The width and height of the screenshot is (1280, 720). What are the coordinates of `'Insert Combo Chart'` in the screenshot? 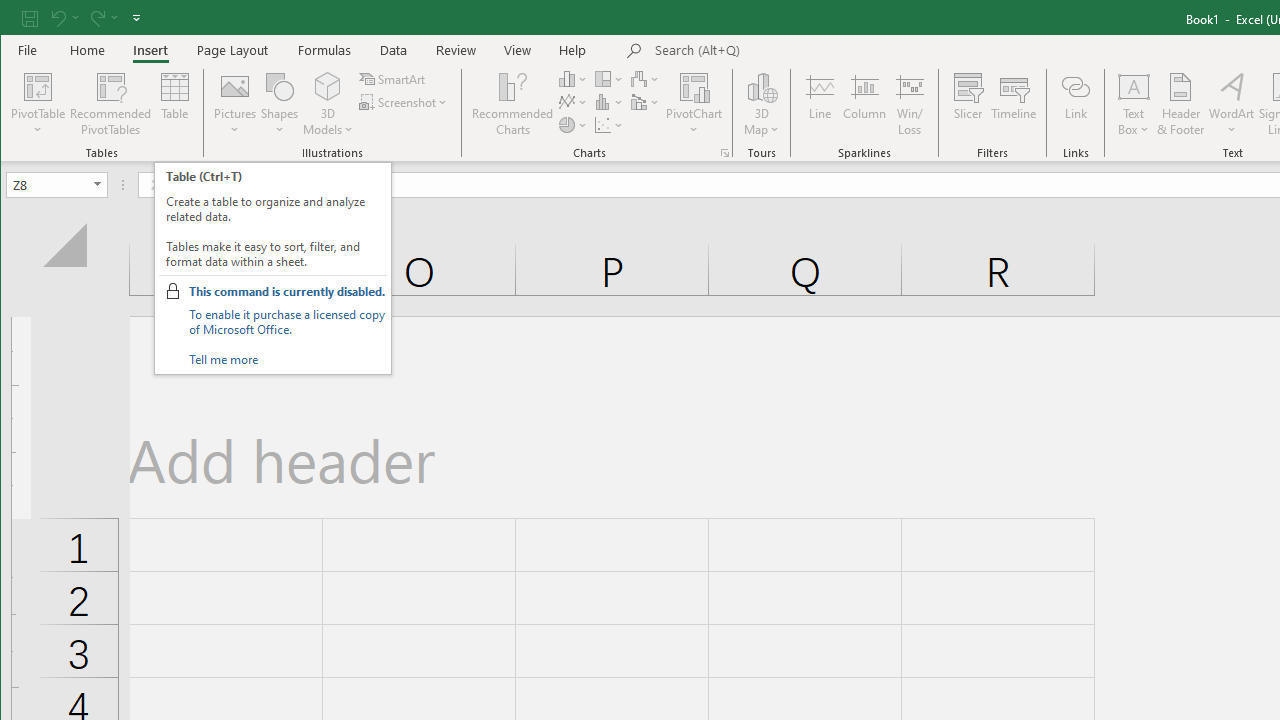 It's located at (646, 102).